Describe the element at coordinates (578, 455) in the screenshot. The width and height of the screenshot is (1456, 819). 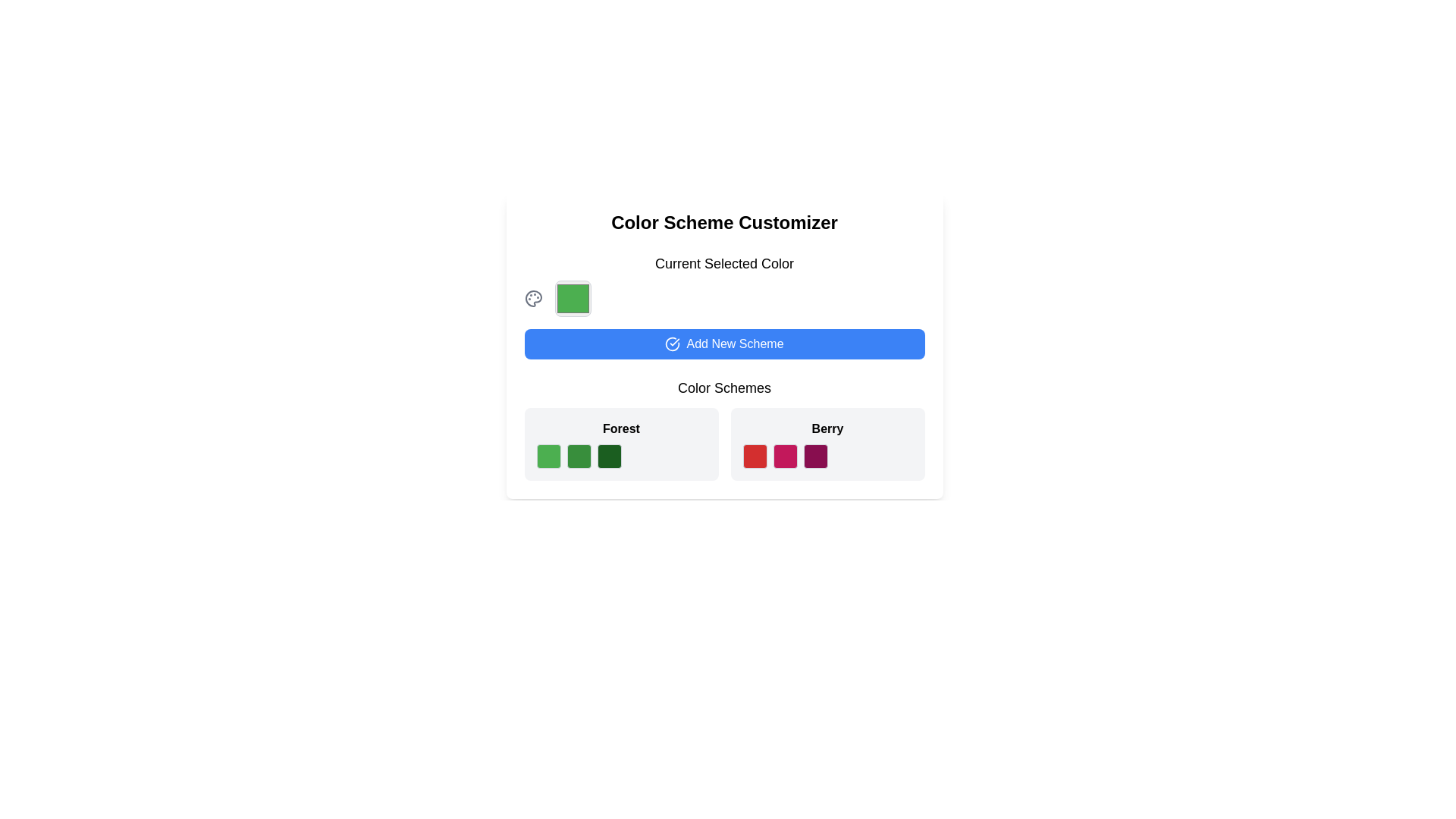
I see `the second green color selection block in the 'Forest' section` at that location.